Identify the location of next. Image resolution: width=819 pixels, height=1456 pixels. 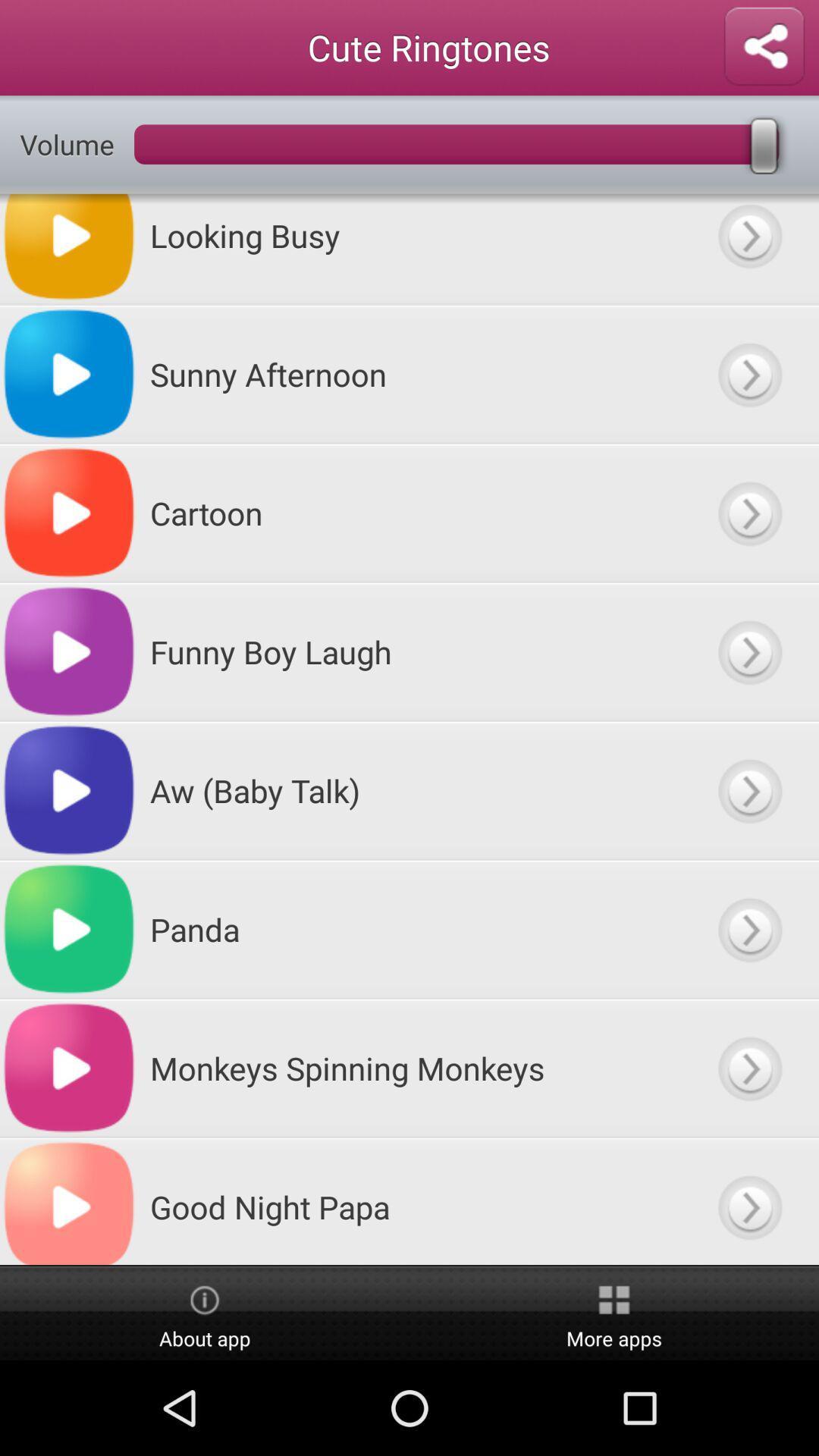
(748, 1067).